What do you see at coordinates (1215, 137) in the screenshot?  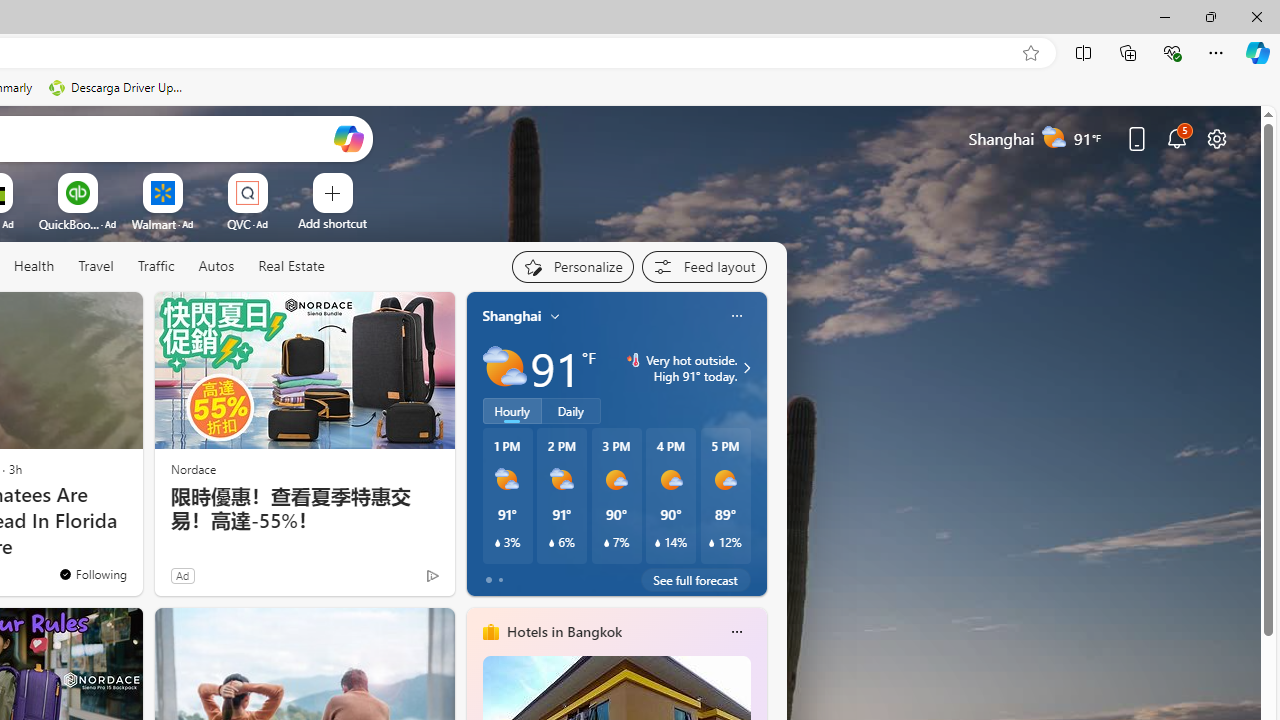 I see `'Page settings'` at bounding box center [1215, 137].